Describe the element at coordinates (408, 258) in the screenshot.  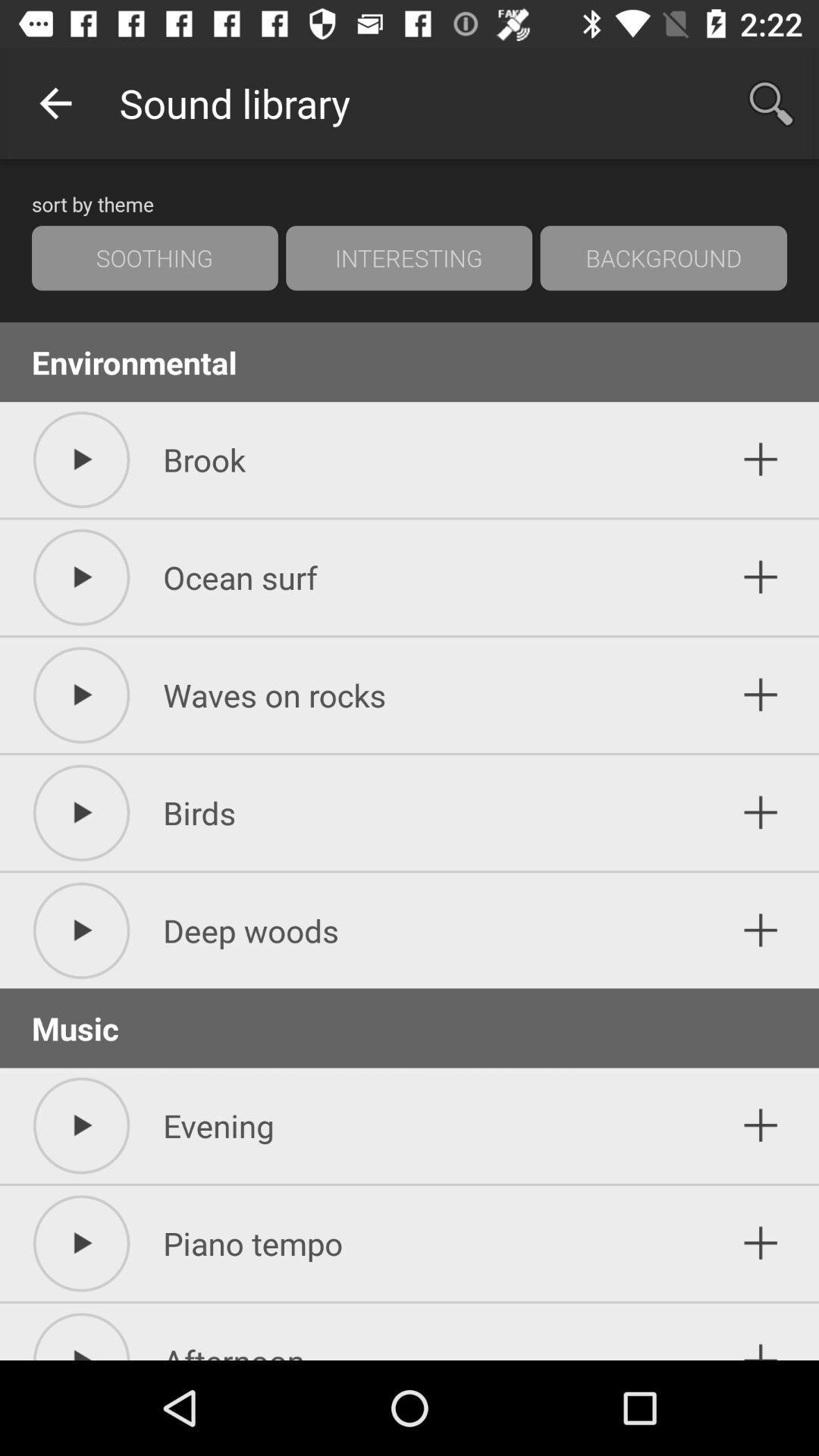
I see `the item next to the background icon` at that location.